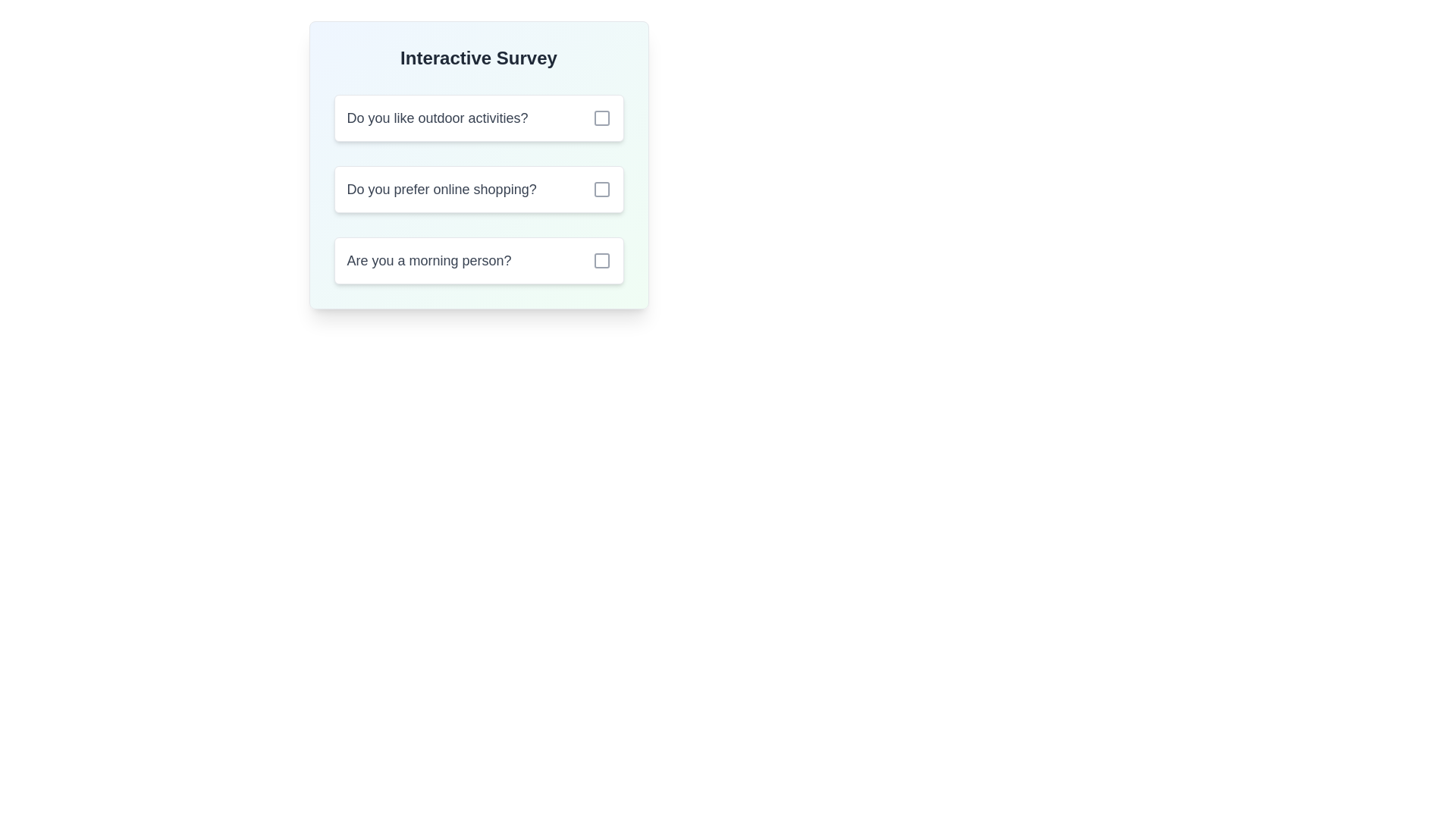 The height and width of the screenshot is (819, 1456). I want to click on the text label that asks 'Are you a morning person?', which is styled in gray color and has medium font weight, so click(428, 259).